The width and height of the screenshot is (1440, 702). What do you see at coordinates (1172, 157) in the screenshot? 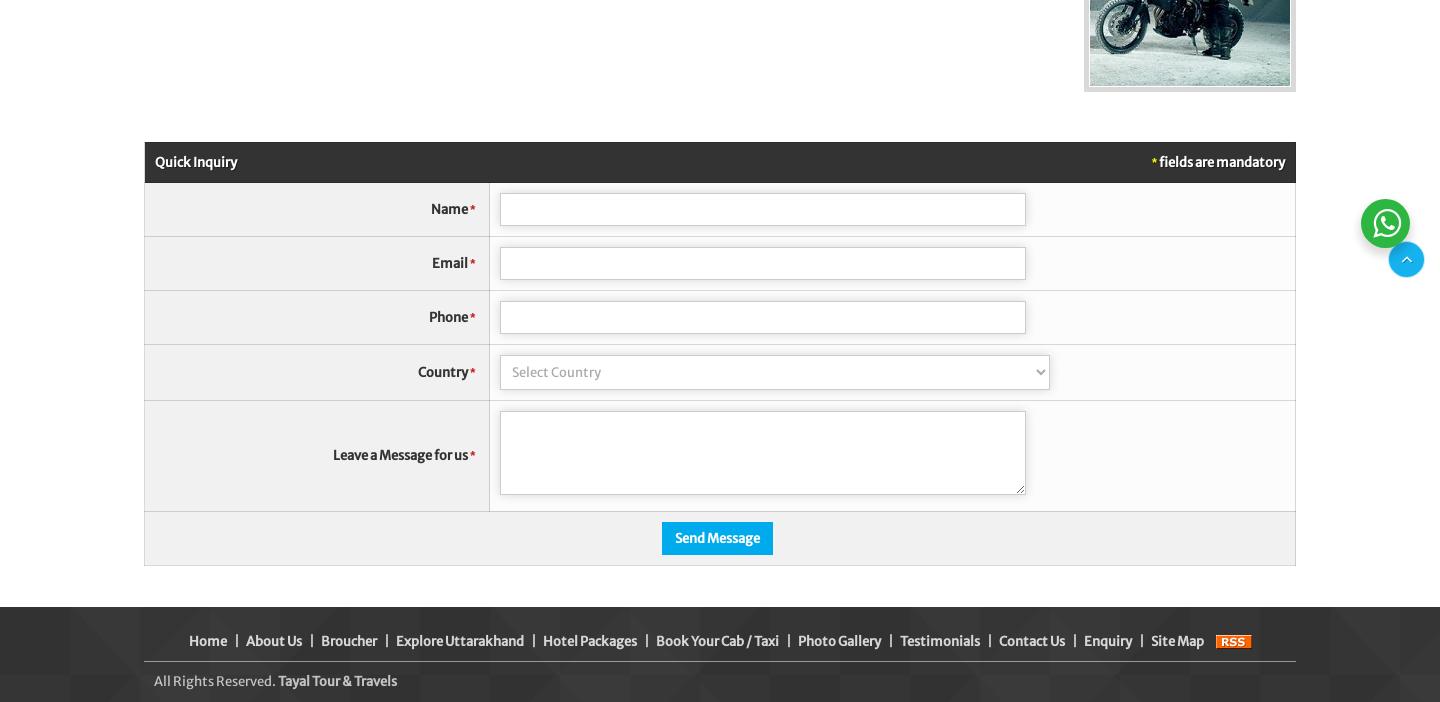
I see `'Our experts will reply you very soon.'` at bounding box center [1172, 157].